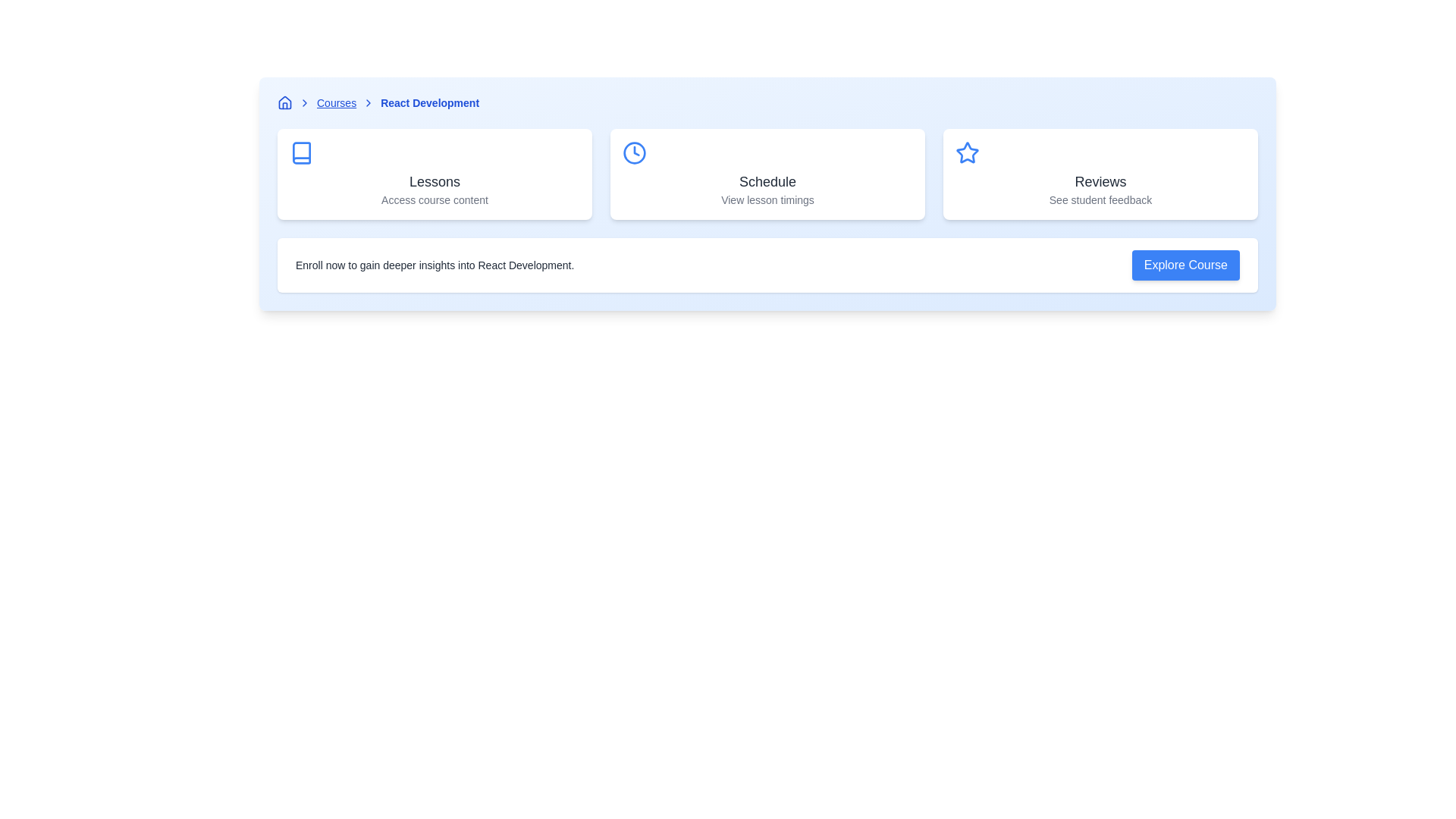 This screenshot has height=819, width=1456. What do you see at coordinates (1100, 180) in the screenshot?
I see `text label displaying 'Reviews', which is centrally aligned and positioned above the smaller text 'See student feedback'` at bounding box center [1100, 180].